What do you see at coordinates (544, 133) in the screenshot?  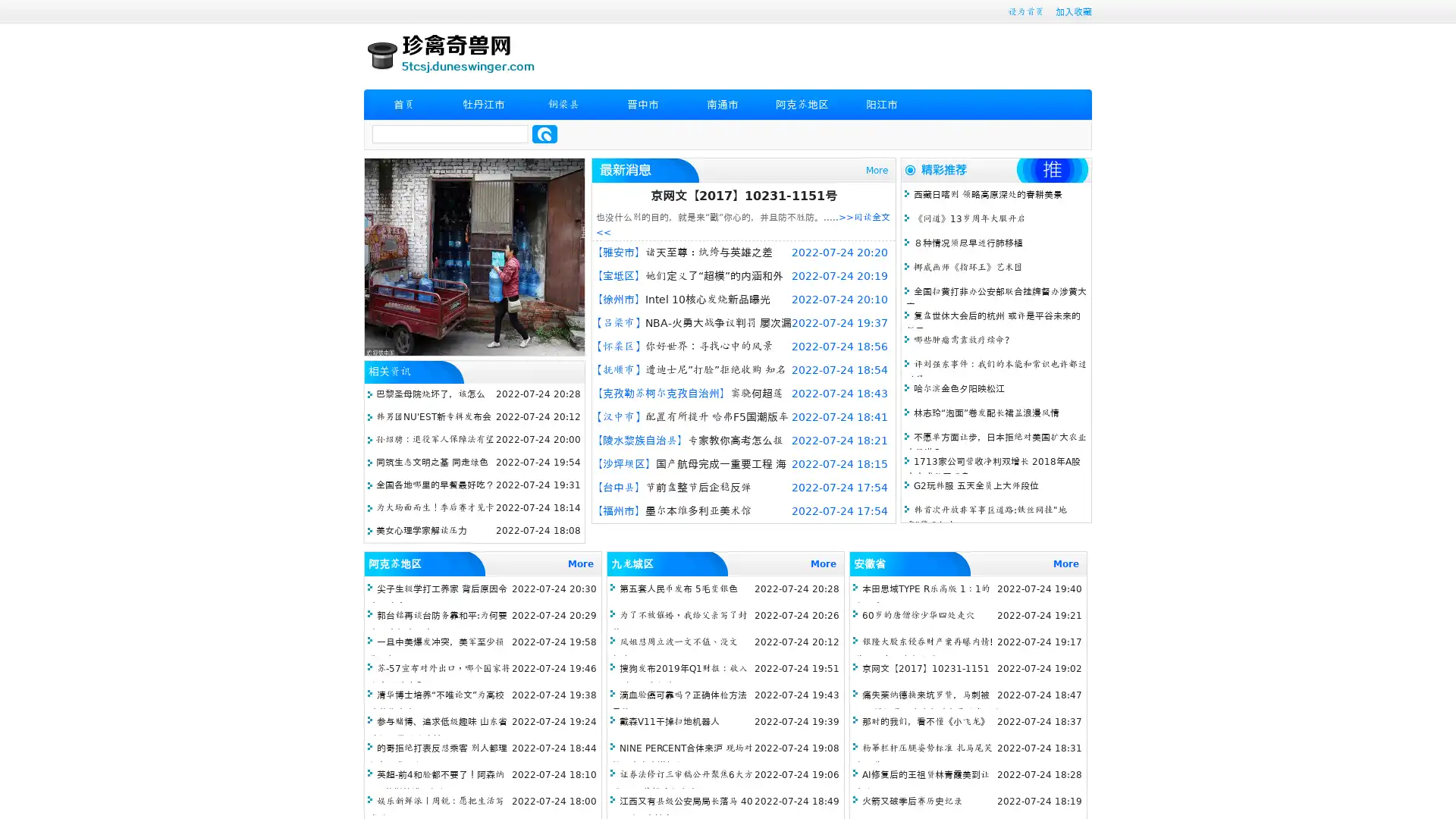 I see `Search` at bounding box center [544, 133].